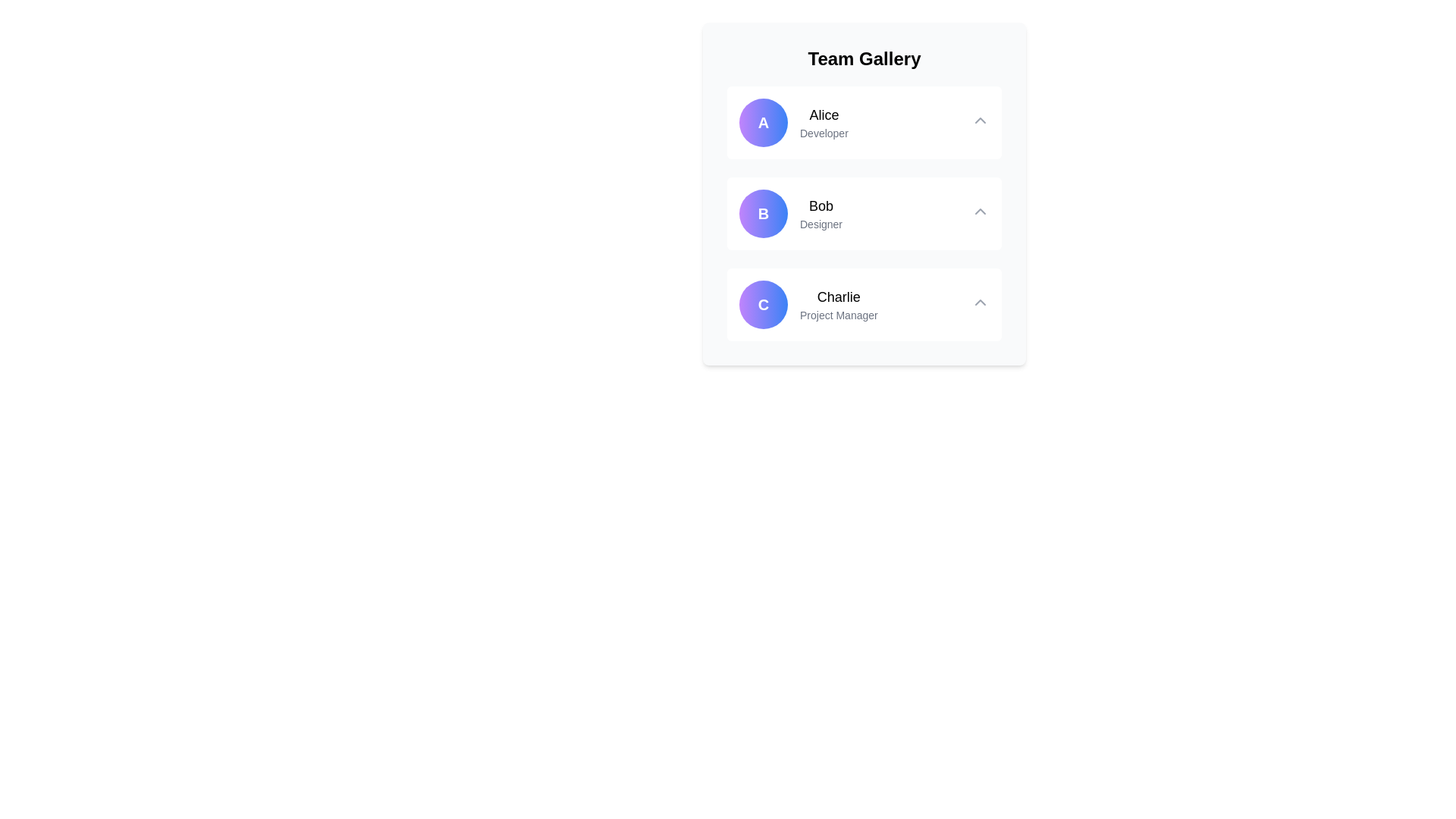  I want to click on the profile card of 'Alice', the first card in the 'Team Gallery', summarizing the role and name of the team member, so click(864, 122).